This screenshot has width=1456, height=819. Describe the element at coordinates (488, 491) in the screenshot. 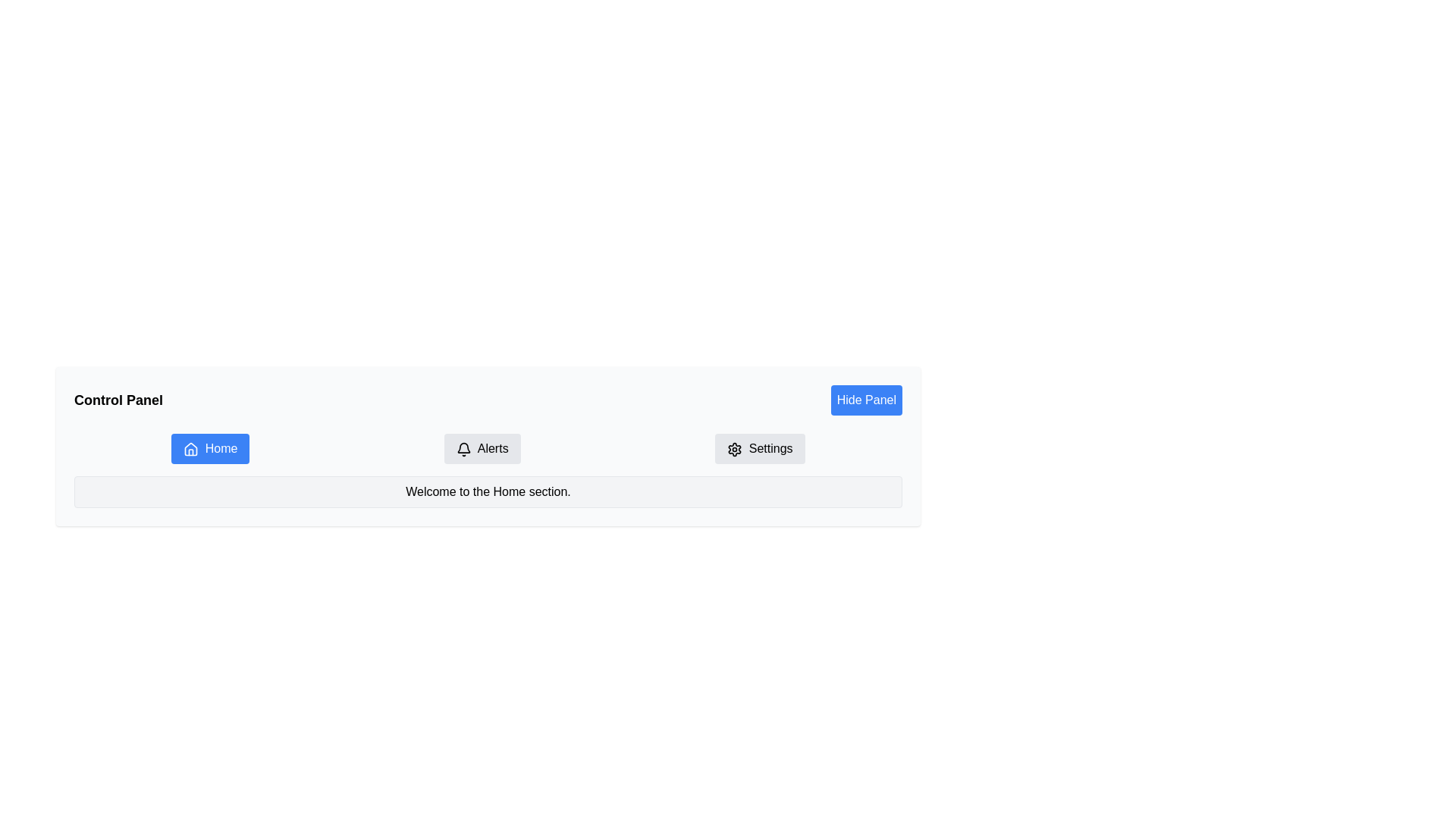

I see `text displayed in the Text Display Box, which shows 'Welcome to the Home section.'` at that location.